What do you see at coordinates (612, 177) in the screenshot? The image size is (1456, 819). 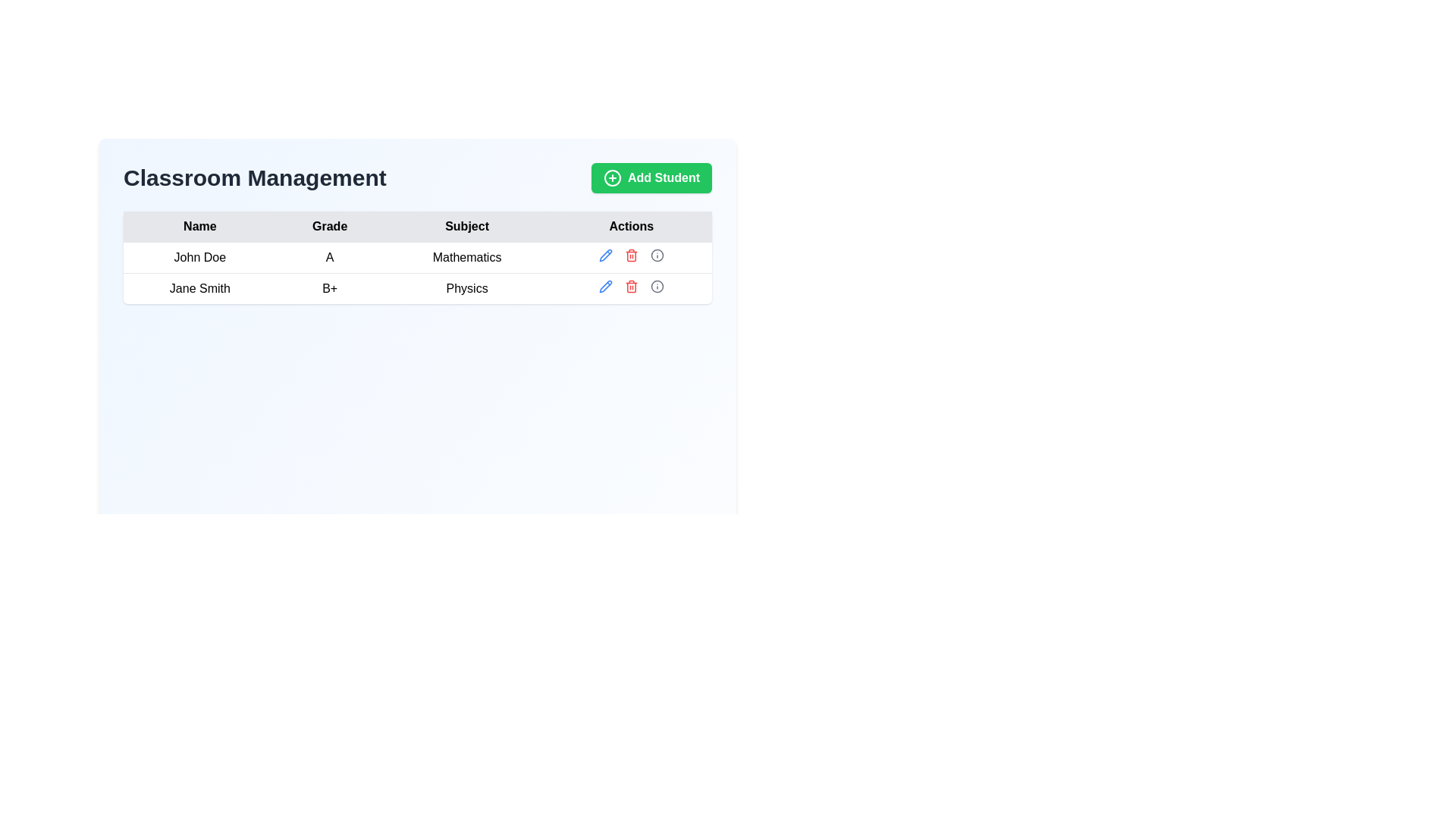 I see `the icon located on the left side of the 'Add Student' button, which is positioned in the top-right corner above the student records table` at bounding box center [612, 177].